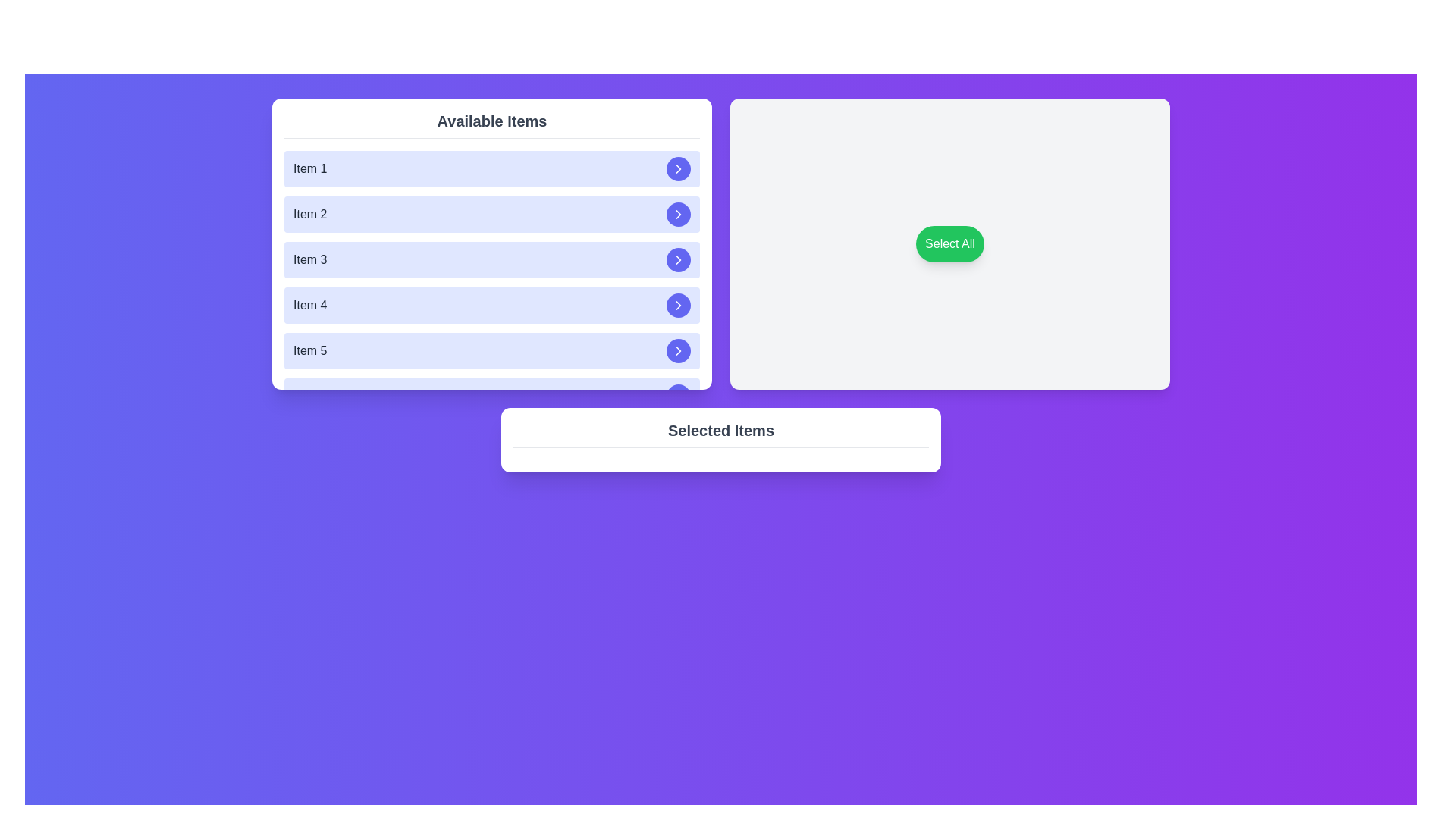  What do you see at coordinates (677, 214) in the screenshot?
I see `the arrow icon button, which is a right-pointing arrow inside a blue circular button, located next` at bounding box center [677, 214].